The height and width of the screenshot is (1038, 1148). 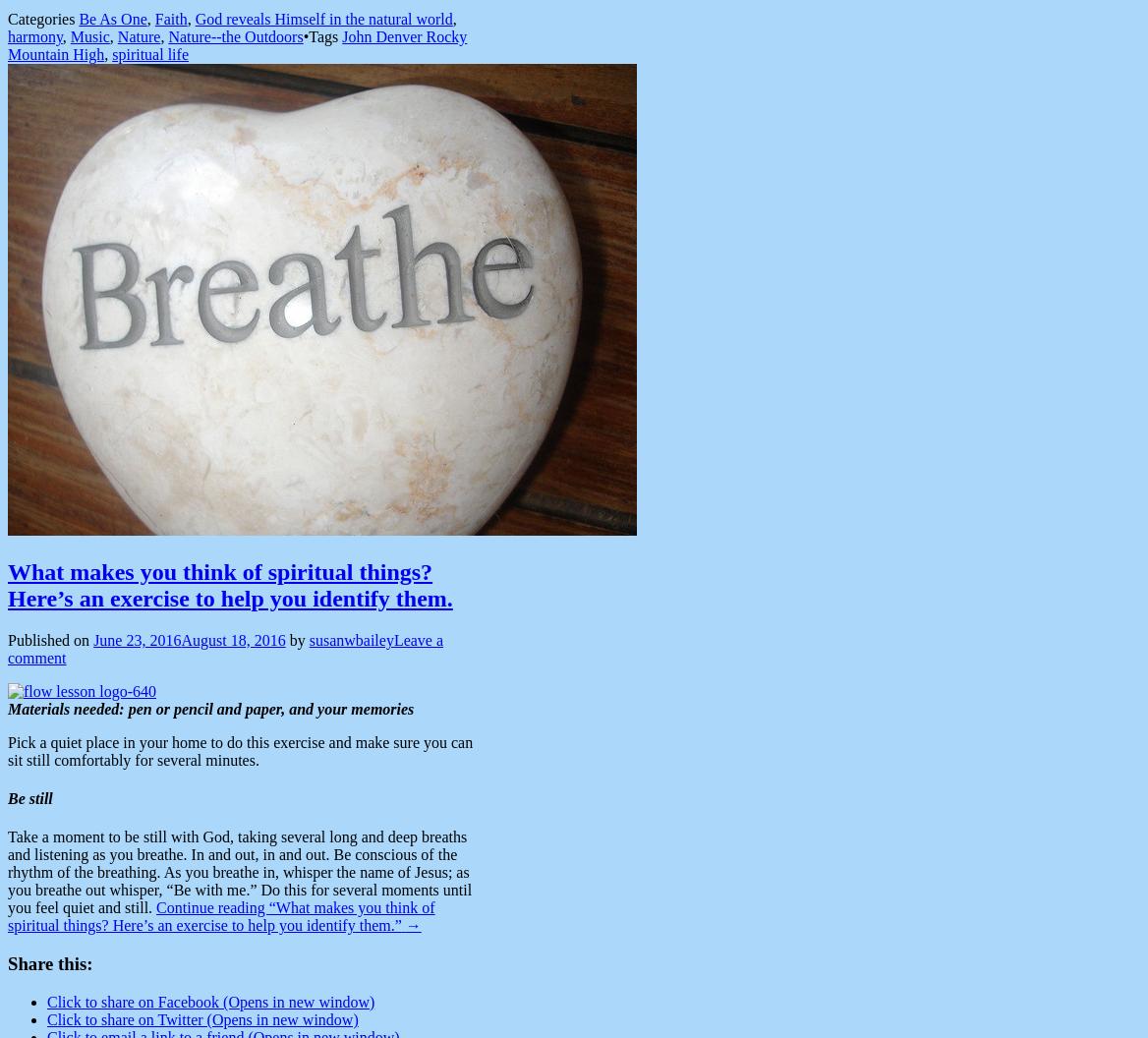 I want to click on 'Faith', so click(x=170, y=19).